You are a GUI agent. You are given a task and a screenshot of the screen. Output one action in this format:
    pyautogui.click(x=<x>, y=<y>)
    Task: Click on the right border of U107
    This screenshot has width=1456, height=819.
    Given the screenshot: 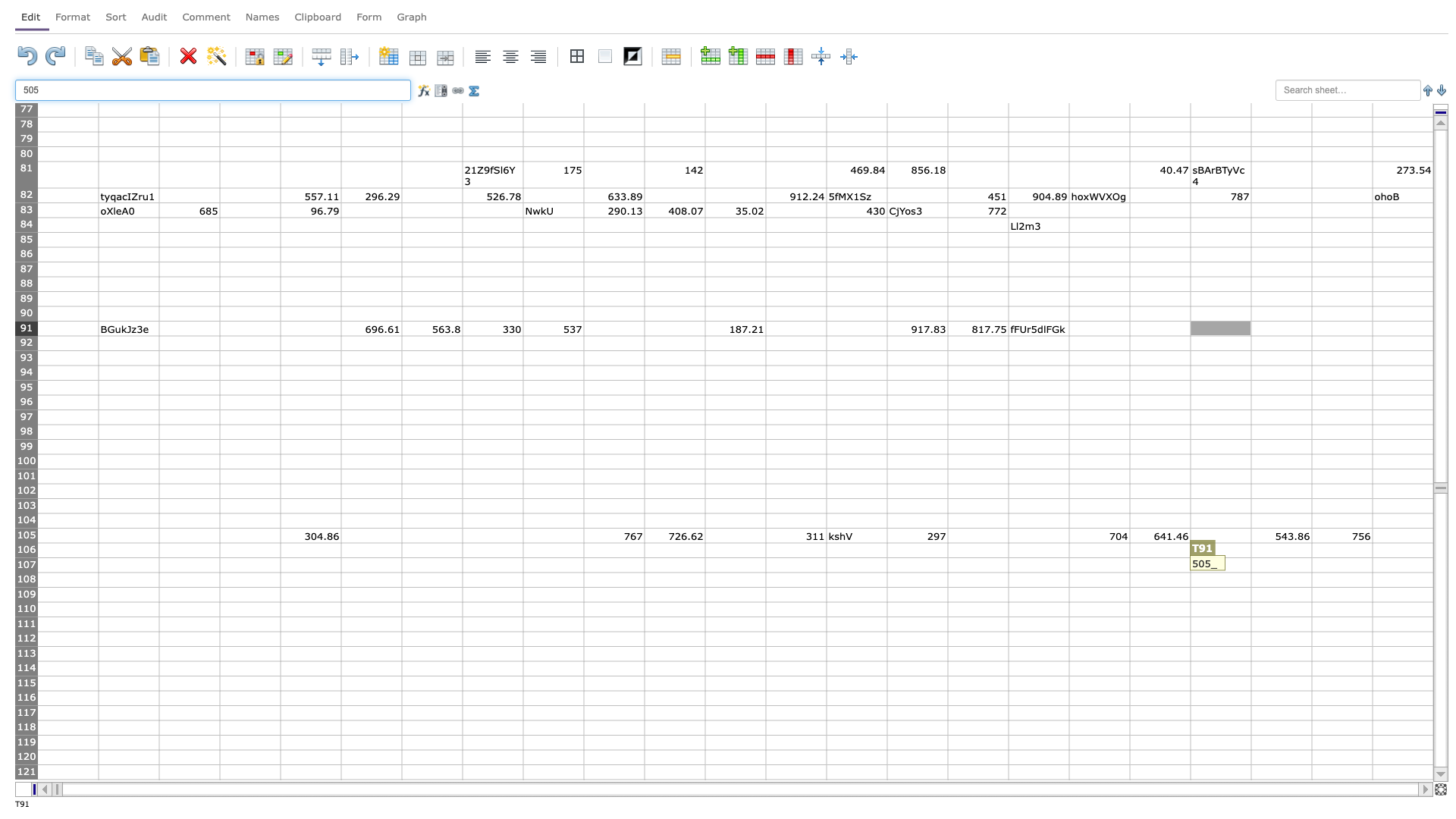 What is the action you would take?
    pyautogui.click(x=1310, y=565)
    